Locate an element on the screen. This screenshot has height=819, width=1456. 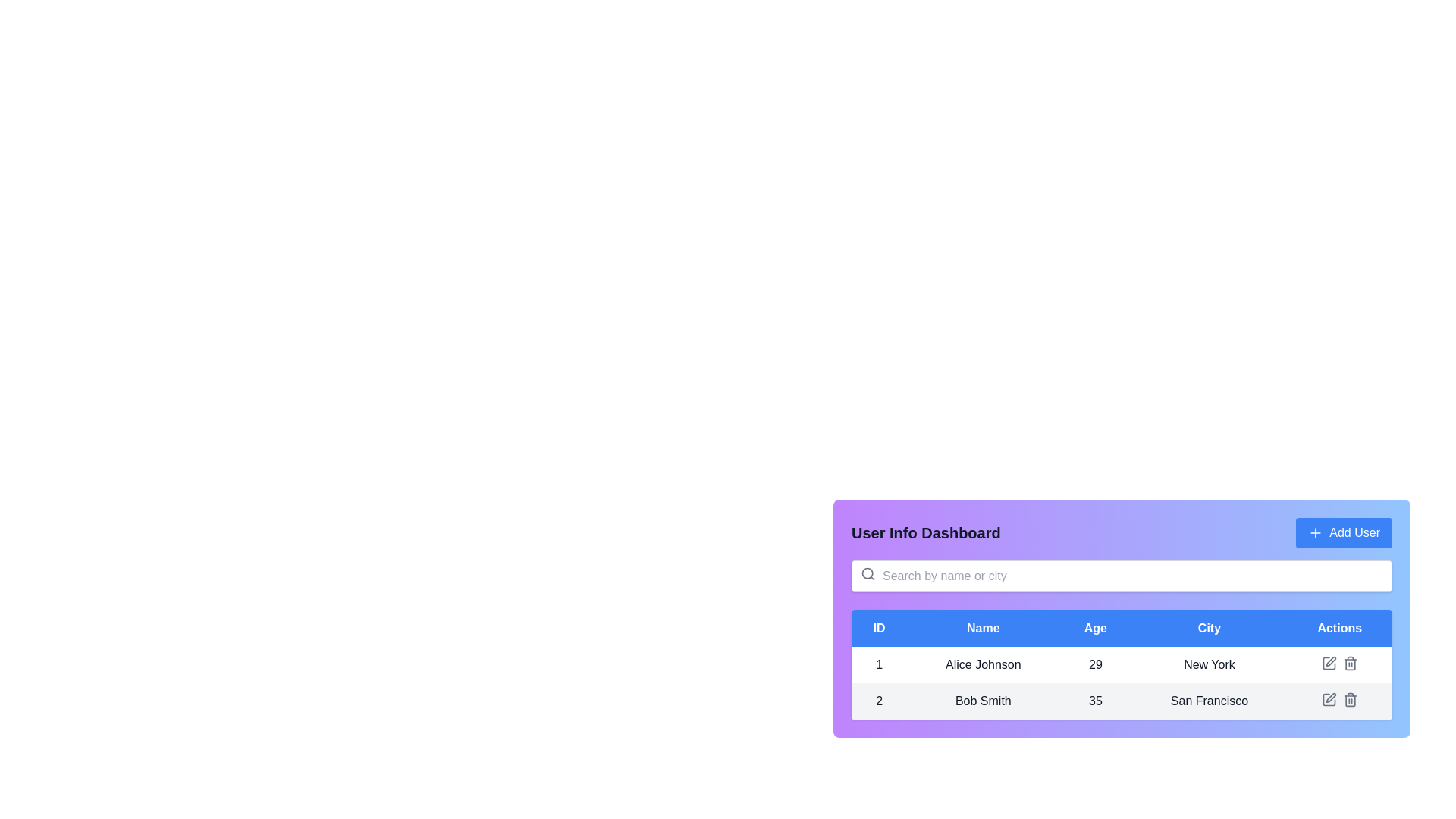
the edit icon (pencil) in the actions cell of the row for user 'Bob Smith' is located at coordinates (1339, 699).